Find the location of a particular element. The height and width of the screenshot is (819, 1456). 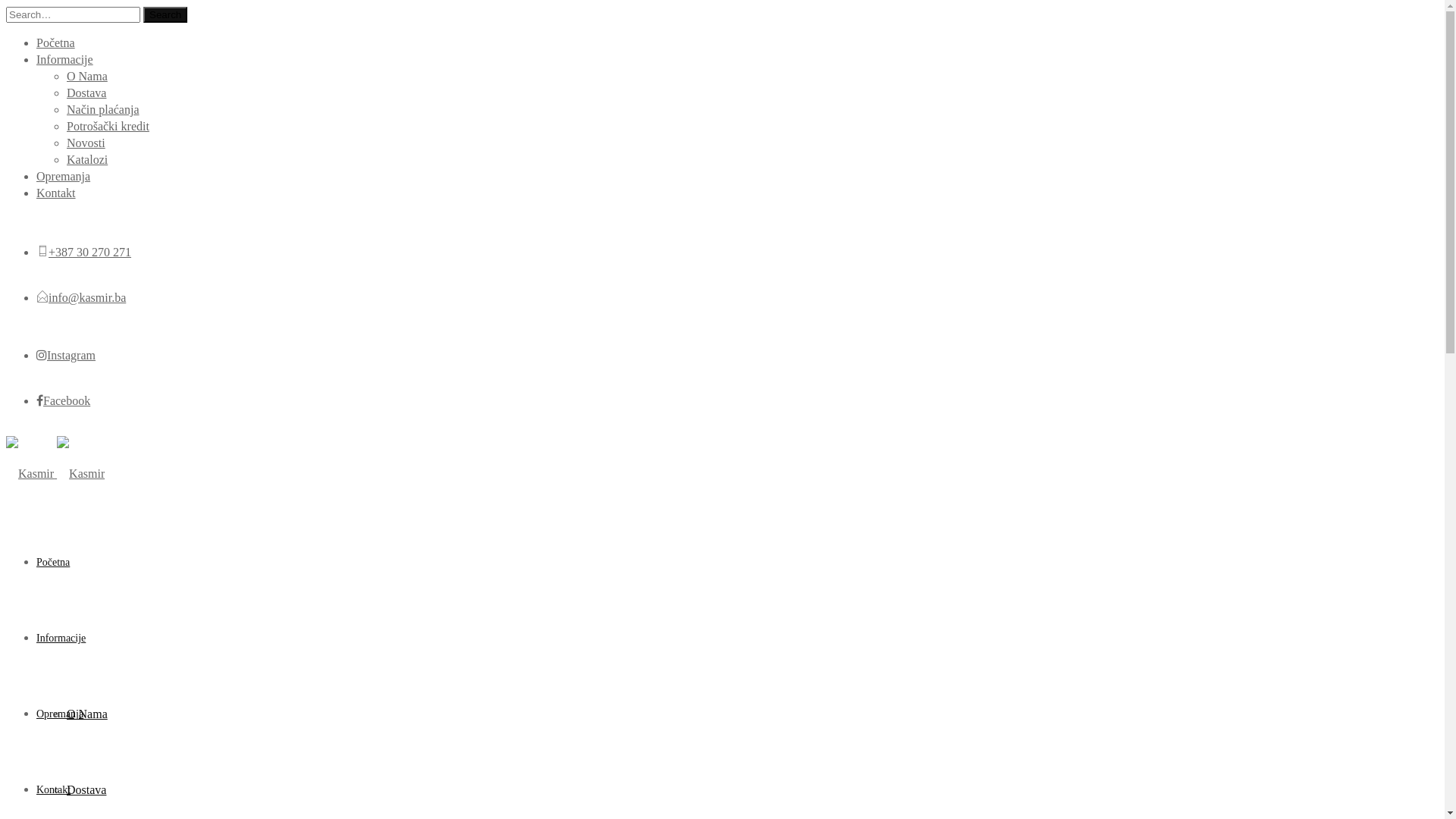

'Facebook' is located at coordinates (62, 400).